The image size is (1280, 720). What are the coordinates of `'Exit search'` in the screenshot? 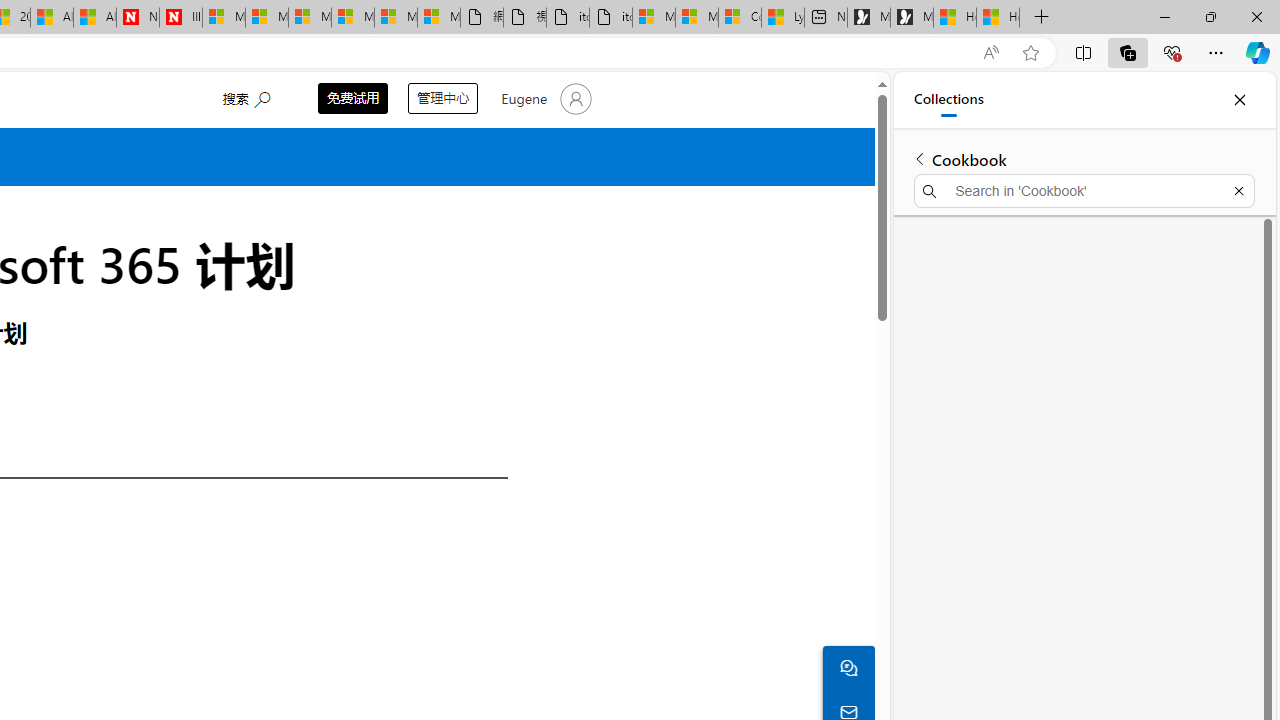 It's located at (1238, 191).